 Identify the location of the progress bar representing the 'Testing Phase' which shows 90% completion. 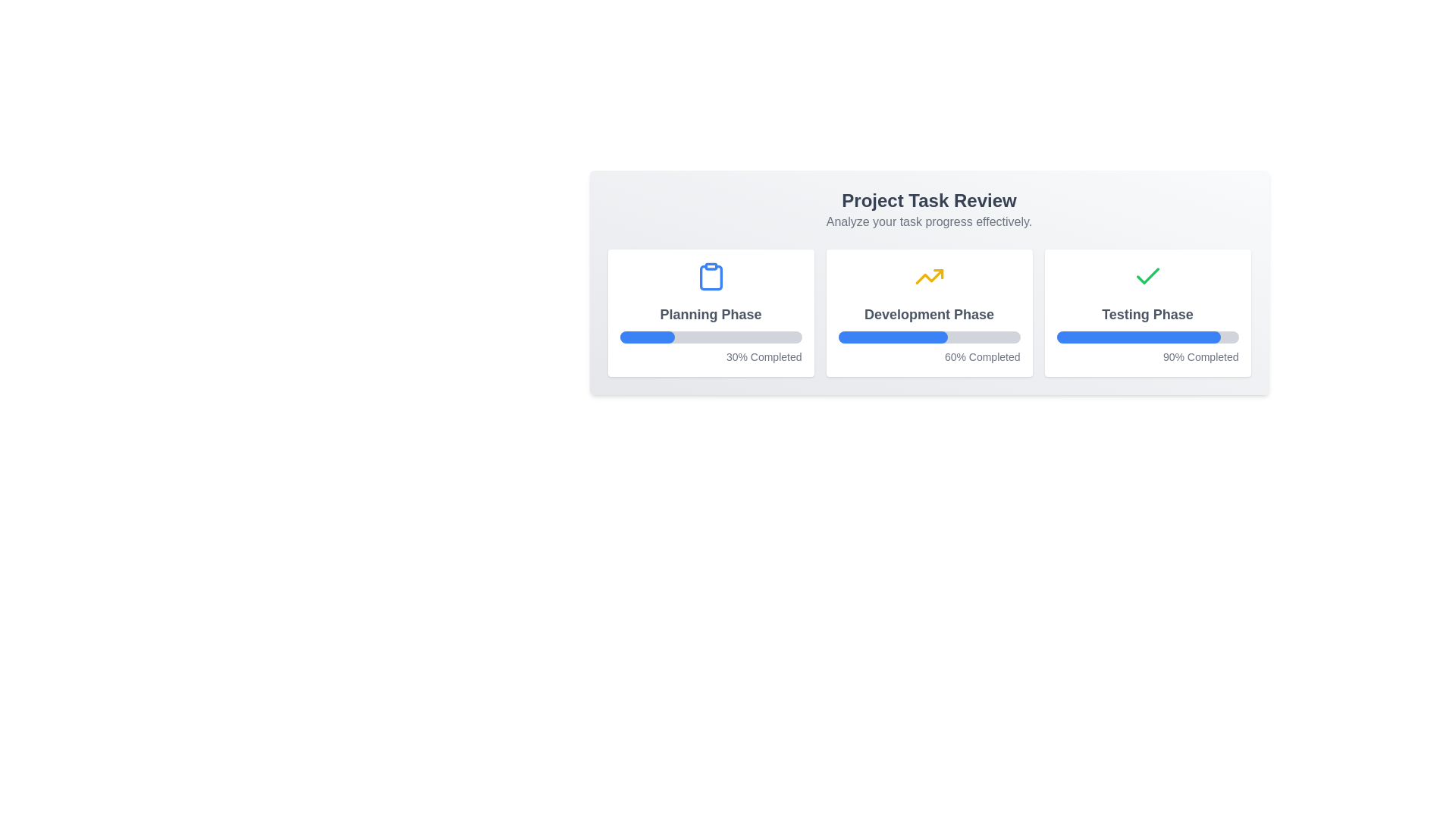
(1138, 336).